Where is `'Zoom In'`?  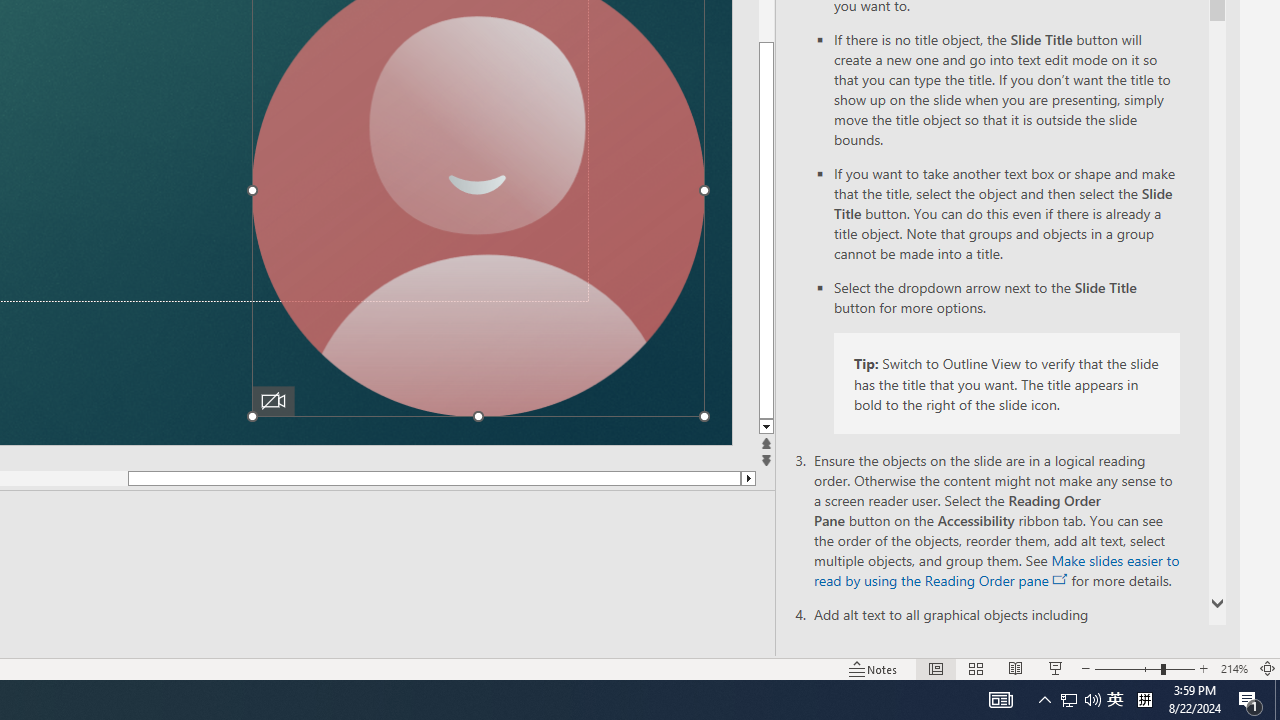 'Zoom In' is located at coordinates (1203, 669).